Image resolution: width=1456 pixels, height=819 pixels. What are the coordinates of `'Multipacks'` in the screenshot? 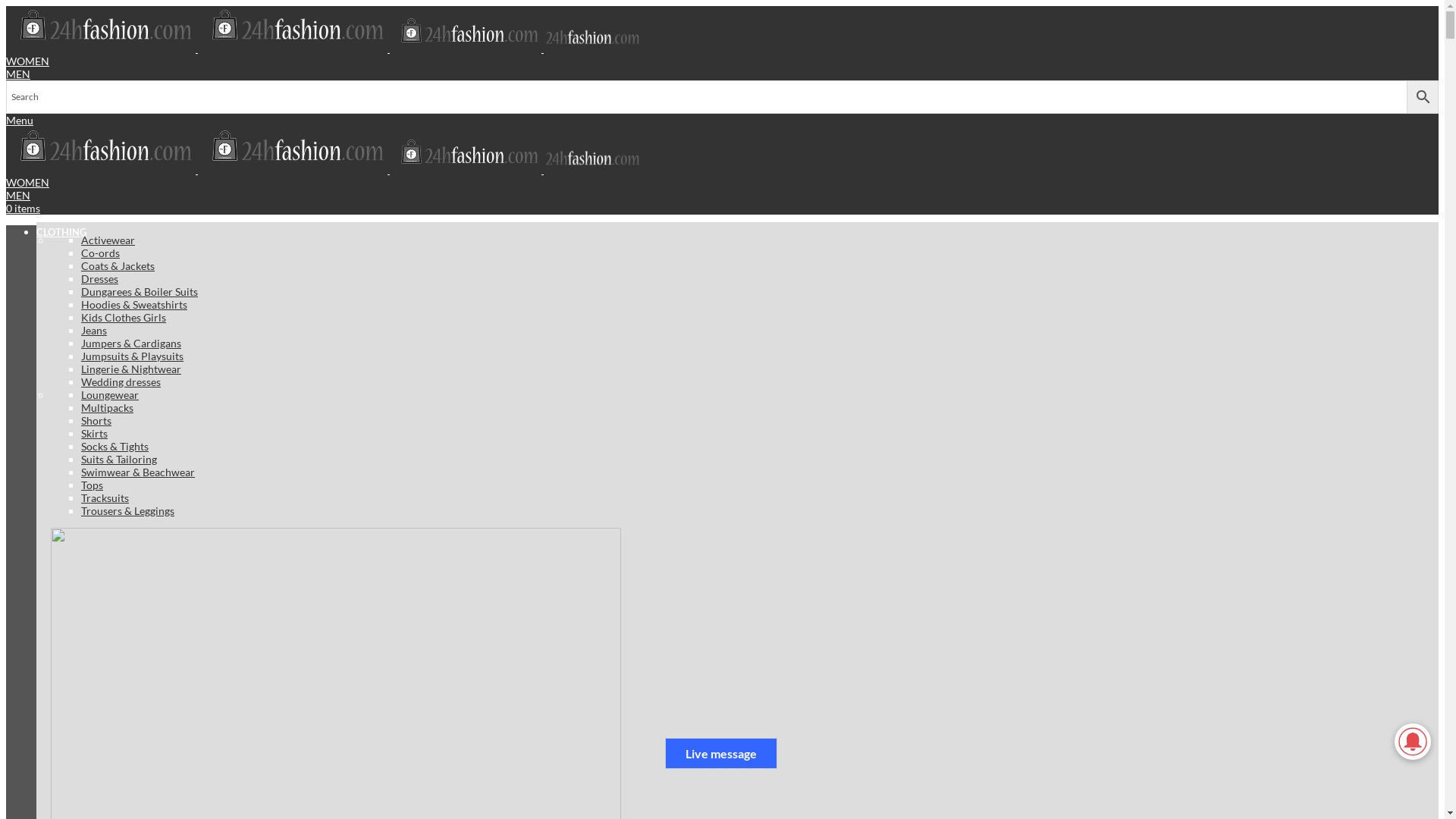 It's located at (106, 406).